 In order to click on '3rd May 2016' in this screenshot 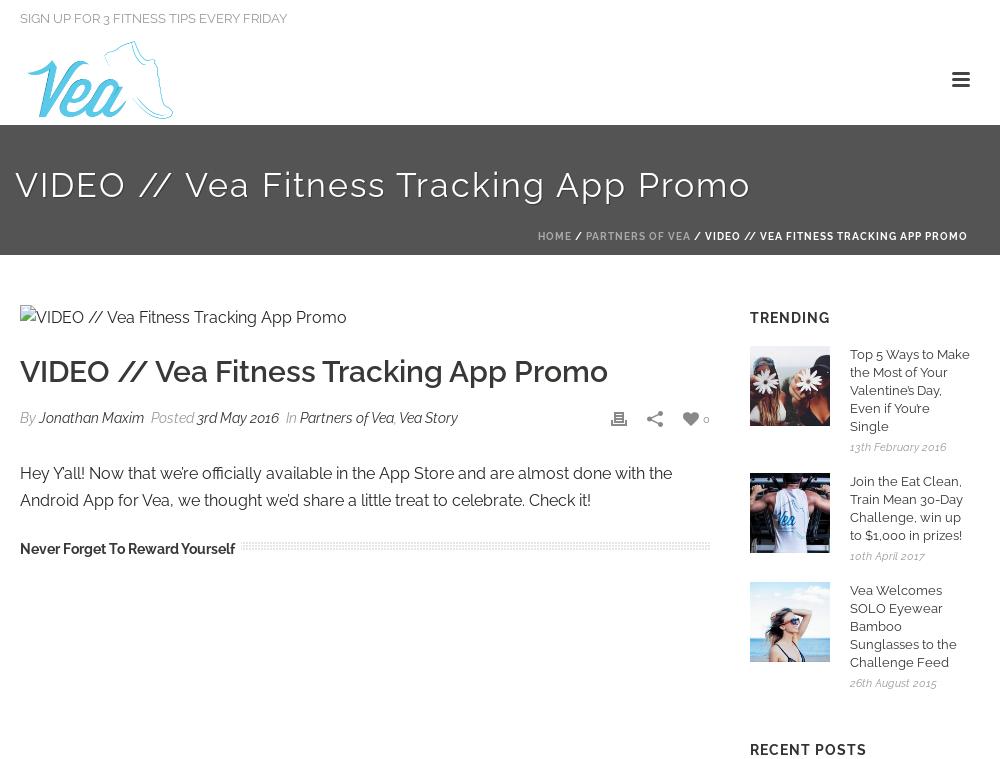, I will do `click(237, 416)`.